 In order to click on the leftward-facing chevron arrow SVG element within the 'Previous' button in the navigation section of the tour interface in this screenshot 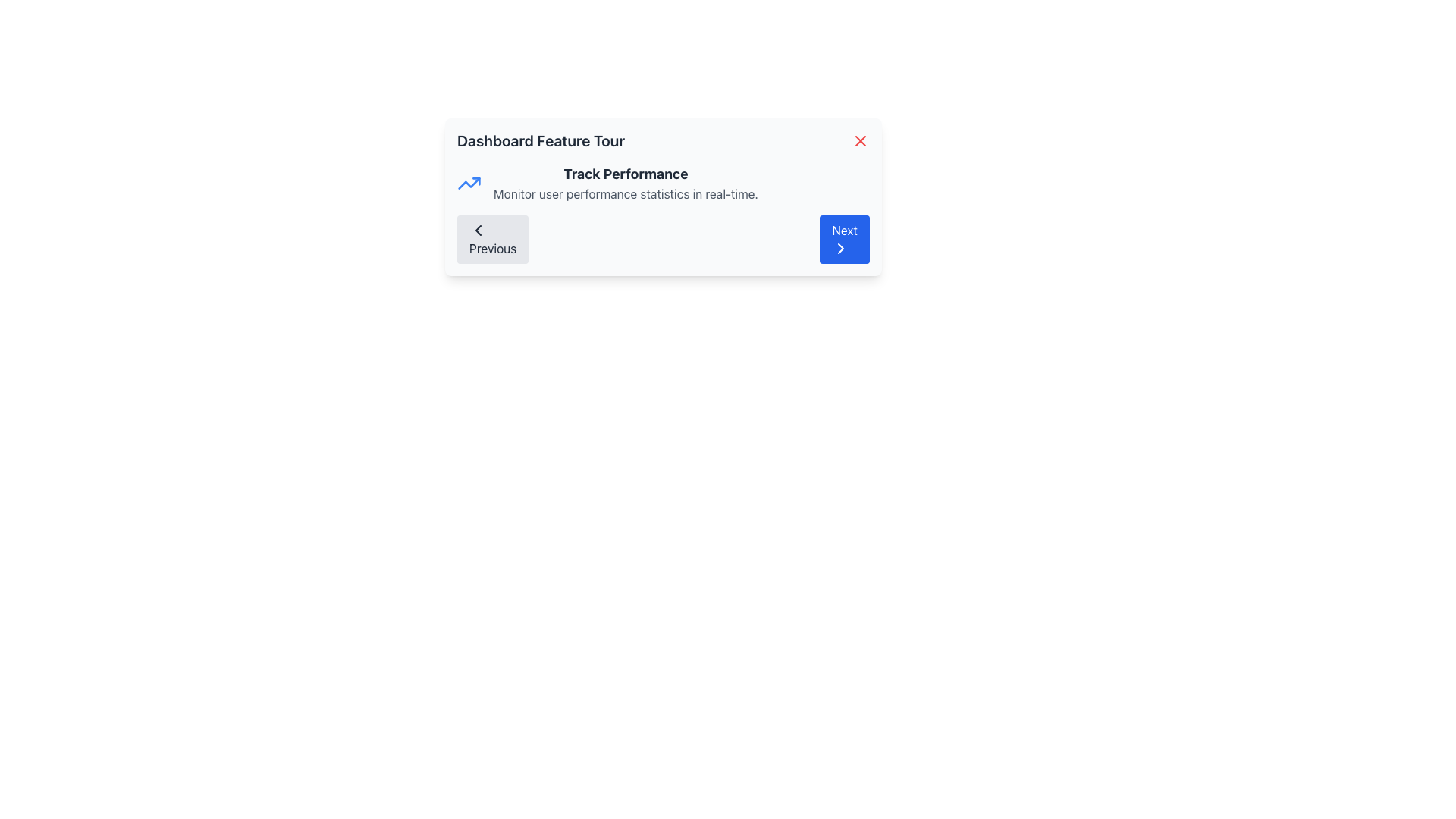, I will do `click(477, 231)`.